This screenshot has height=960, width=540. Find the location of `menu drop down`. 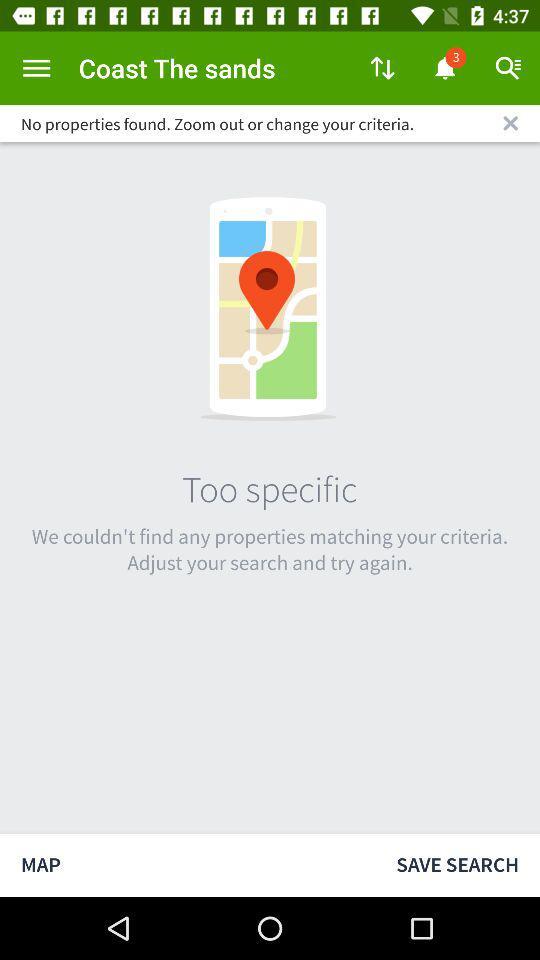

menu drop down is located at coordinates (36, 68).